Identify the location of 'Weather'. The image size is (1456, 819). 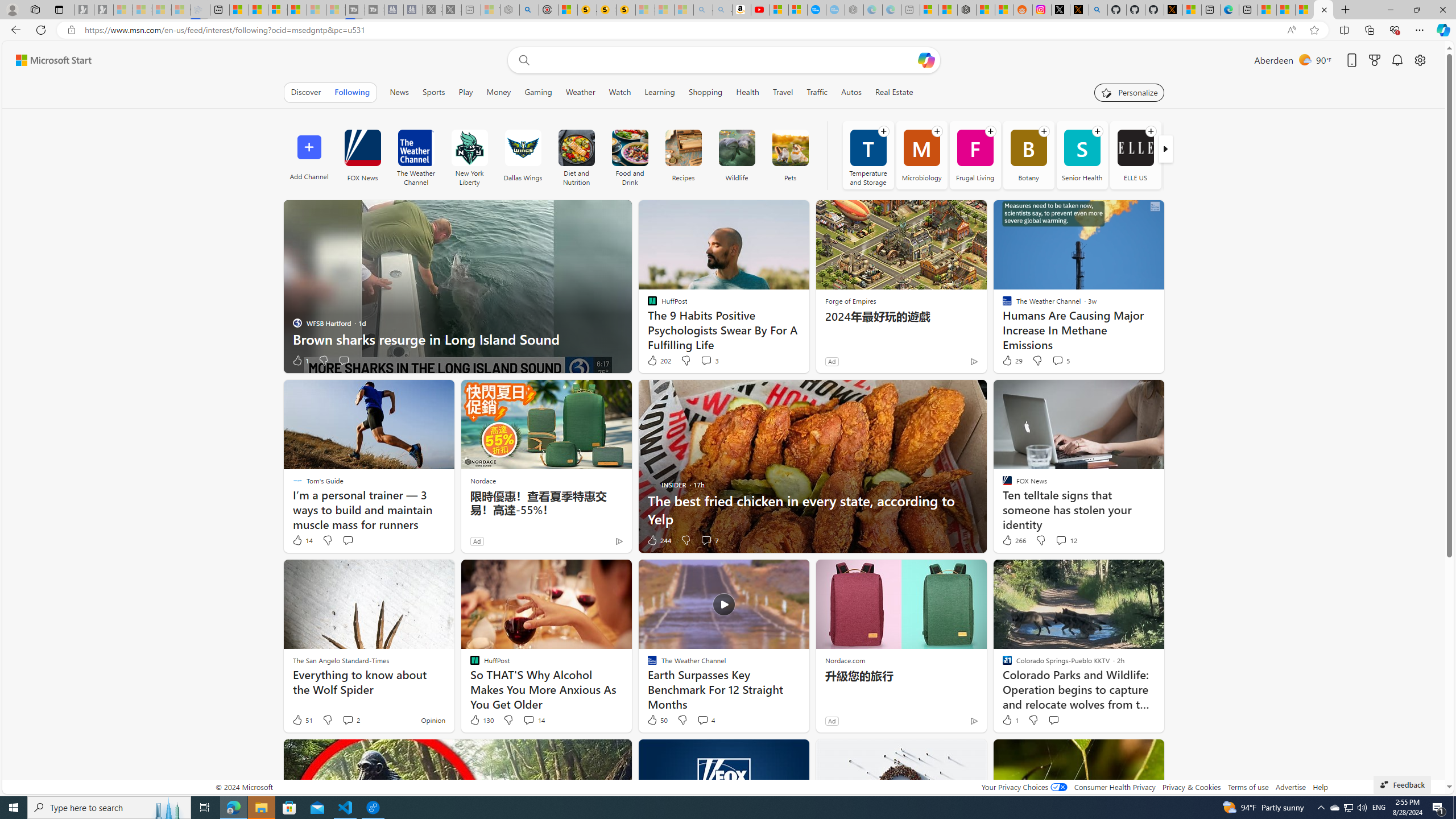
(580, 92).